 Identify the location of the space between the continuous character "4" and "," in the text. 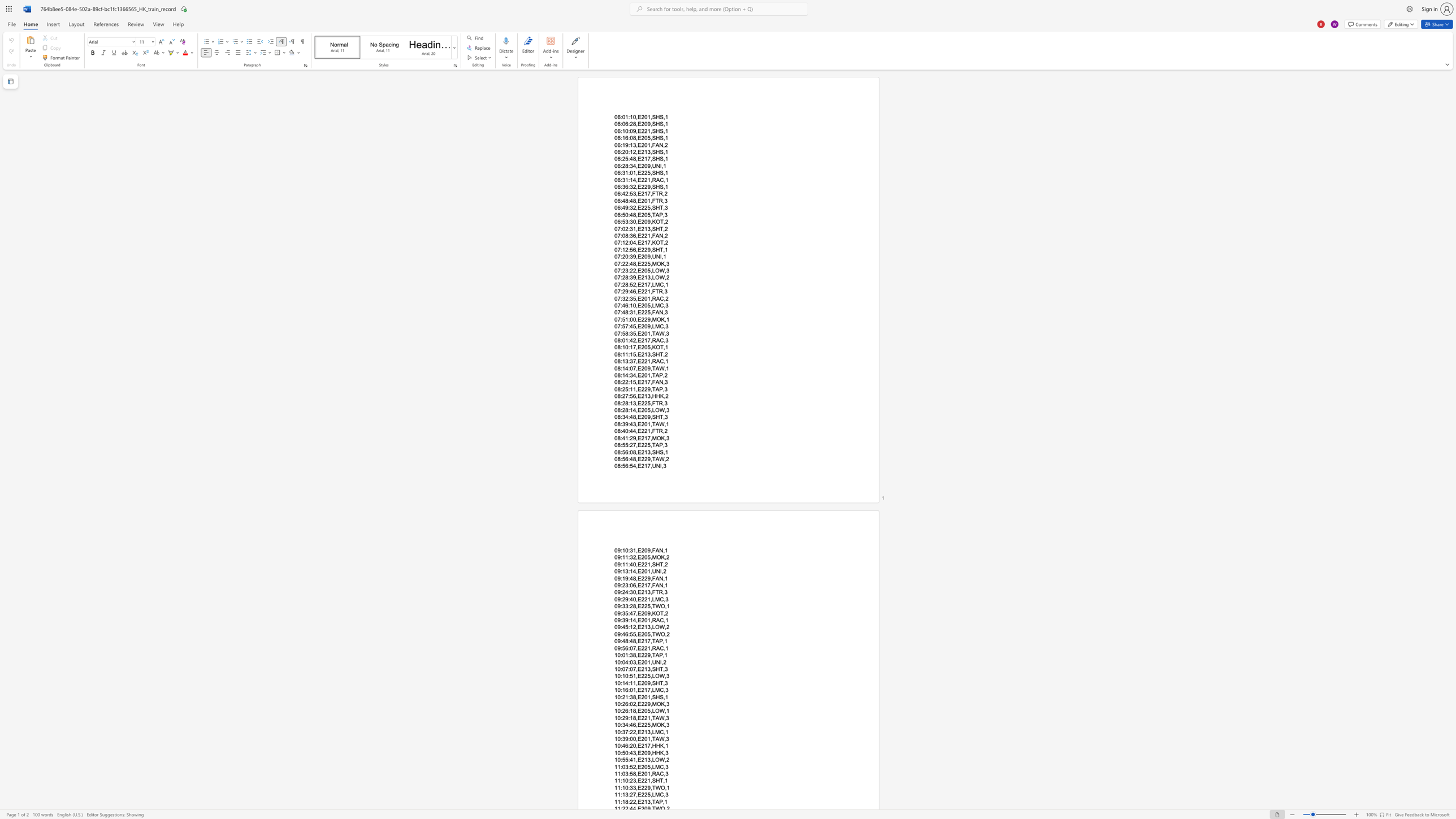
(635, 242).